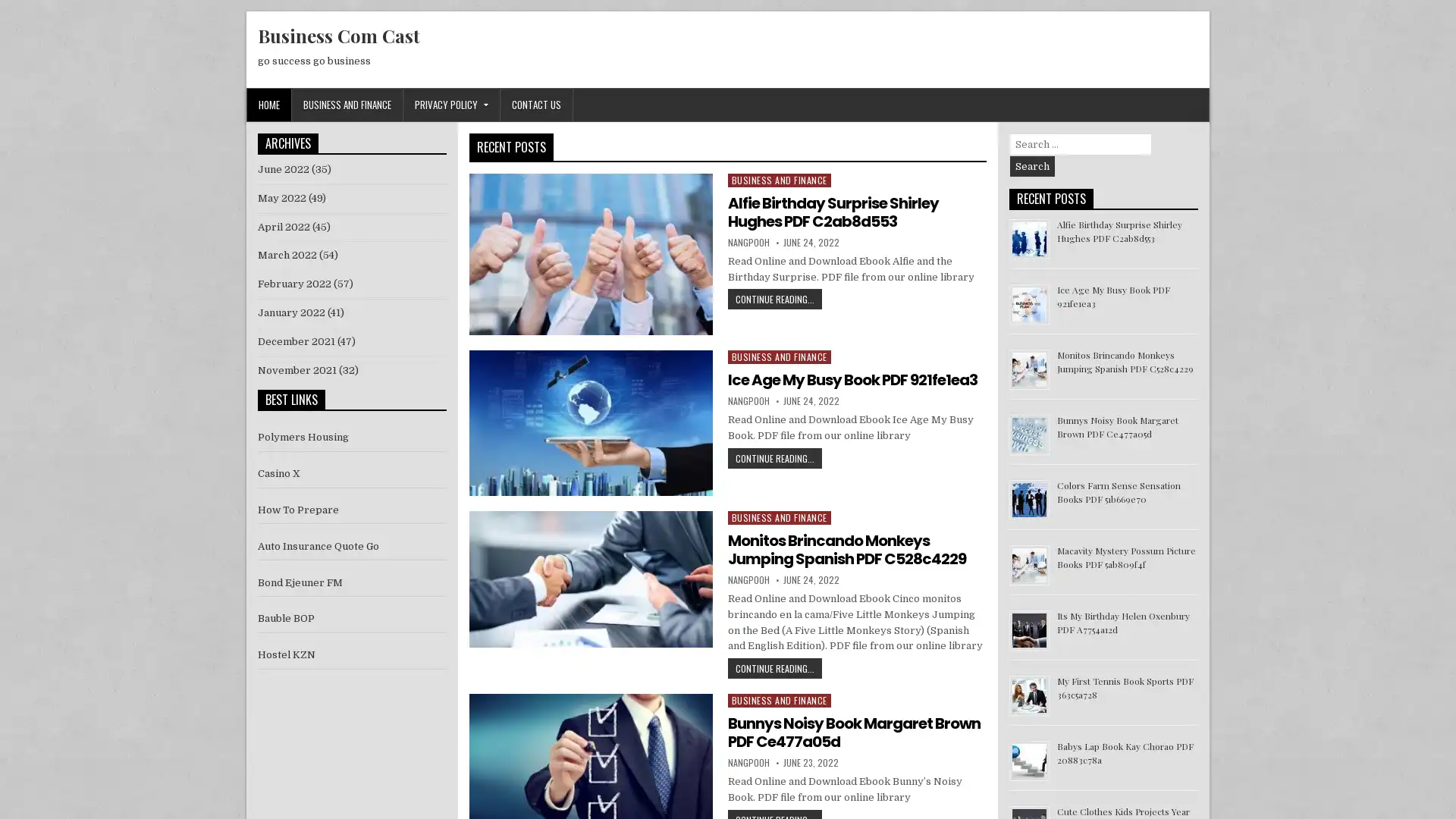 The image size is (1456, 819). What do you see at coordinates (1031, 166) in the screenshot?
I see `Search` at bounding box center [1031, 166].